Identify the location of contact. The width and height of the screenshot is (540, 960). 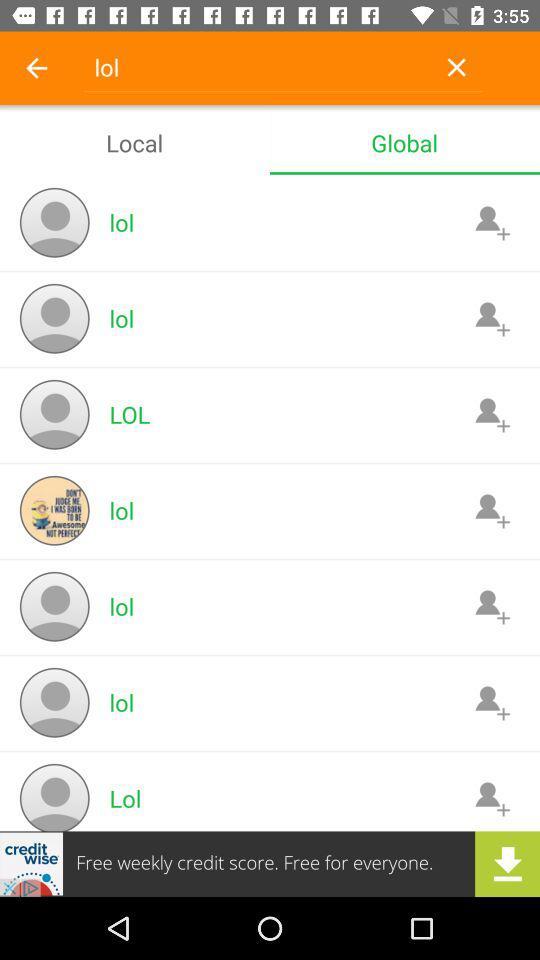
(491, 413).